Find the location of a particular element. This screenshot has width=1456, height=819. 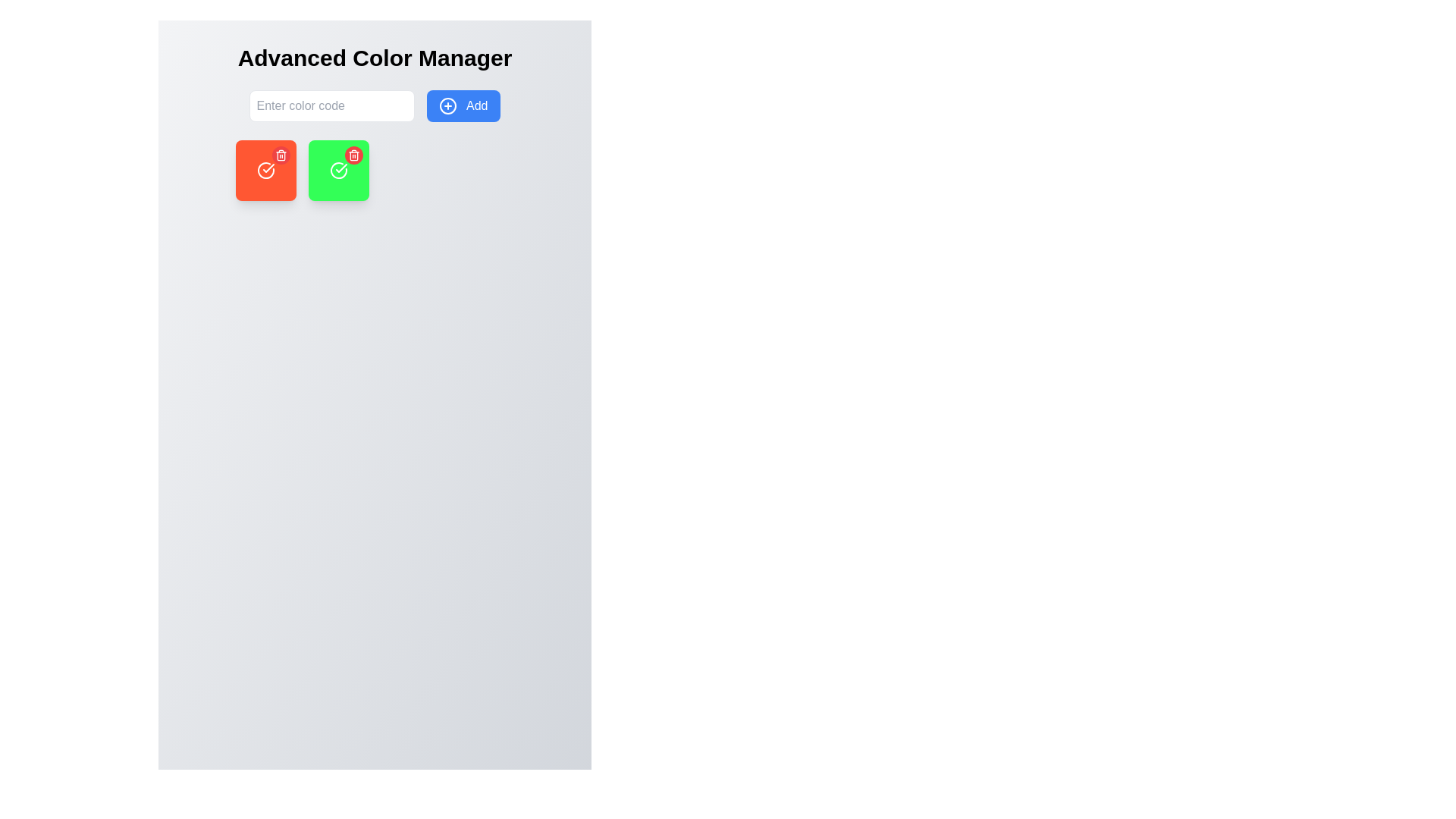

the checkmark icon within the circular icon component in the color management interface's second row to indicate a completed or successful status is located at coordinates (340, 168).